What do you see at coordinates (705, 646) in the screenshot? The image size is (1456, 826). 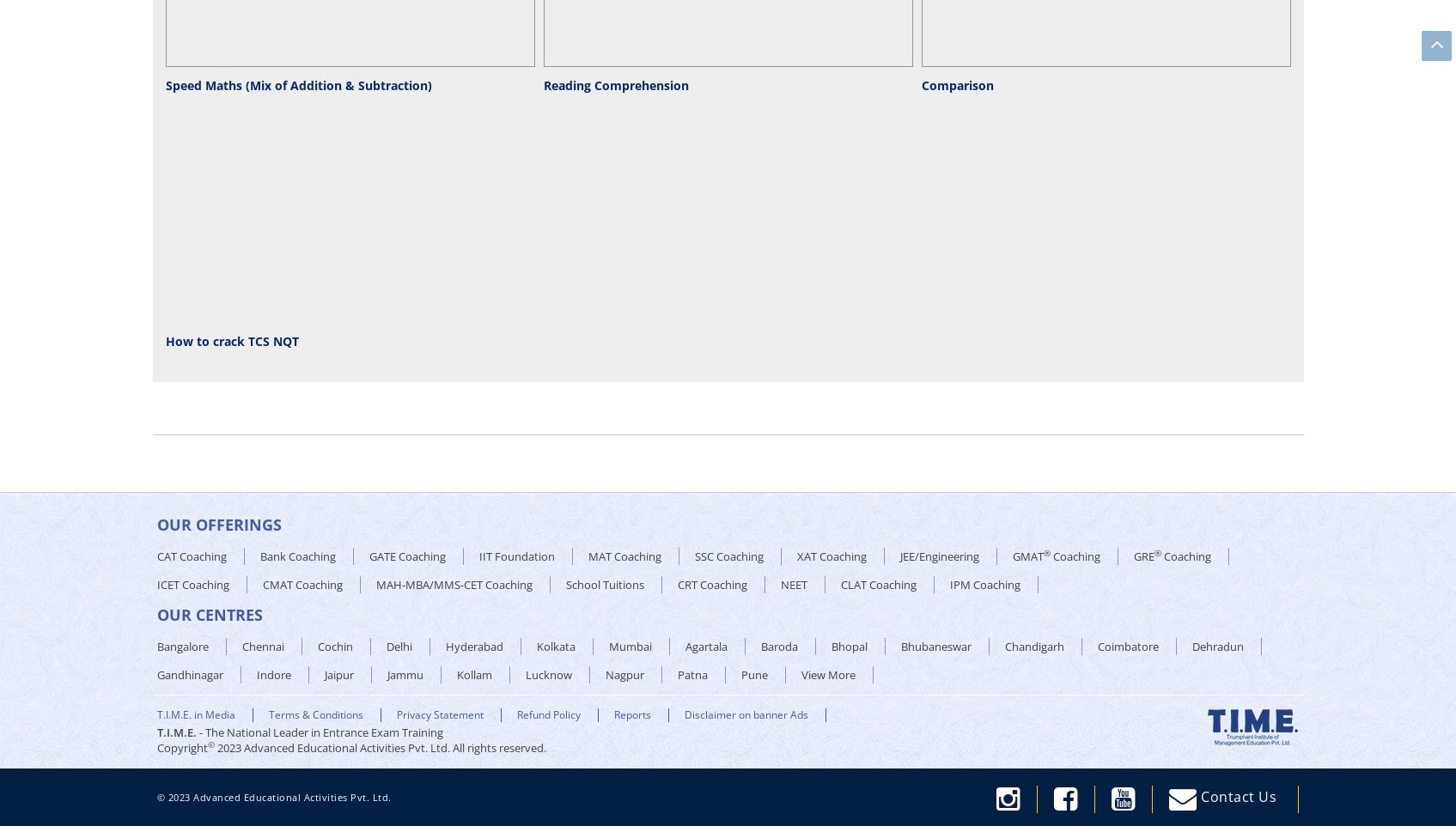 I see `'Agartala'` at bounding box center [705, 646].